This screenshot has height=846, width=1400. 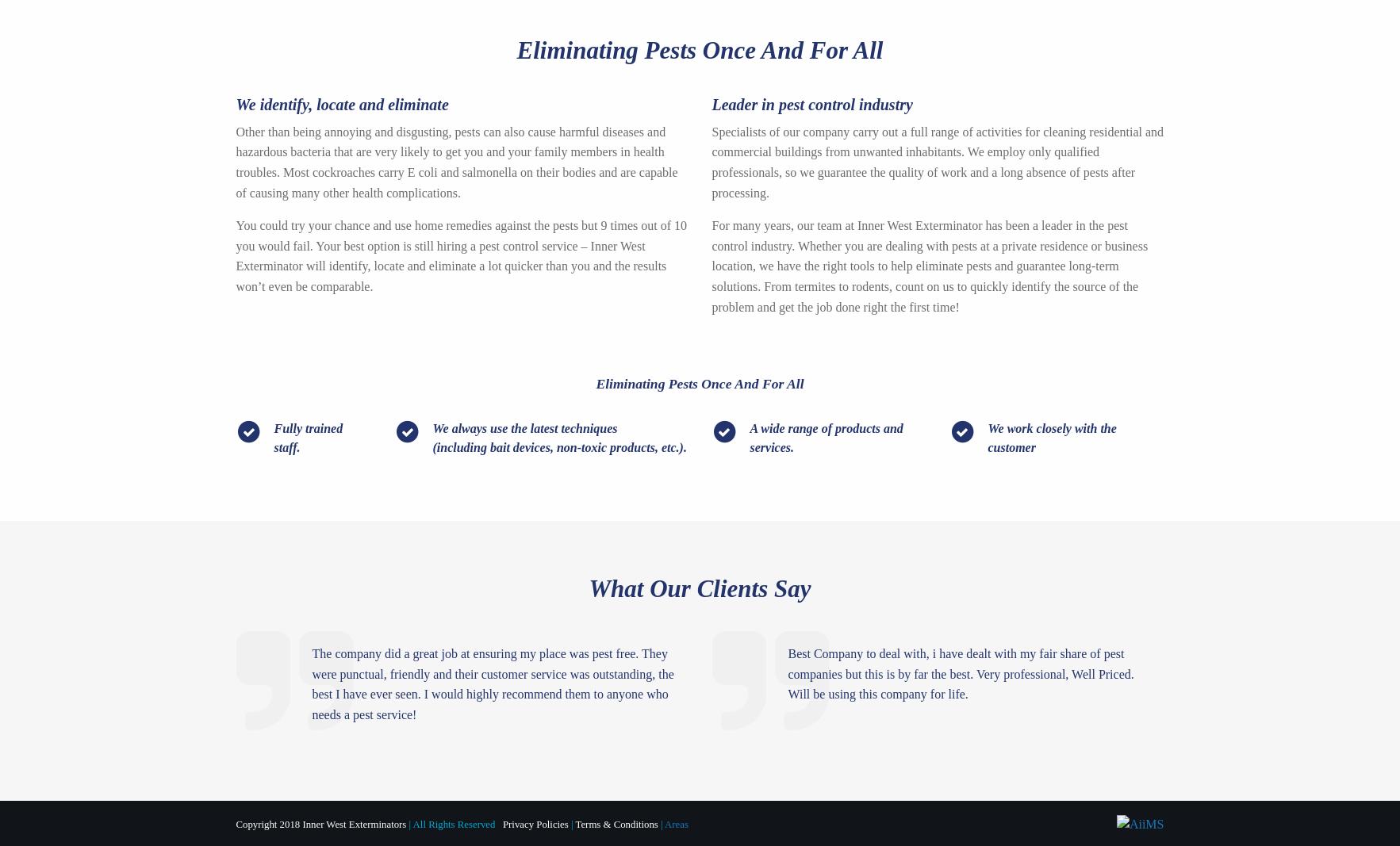 I want to click on 'Specialists of our company carry out a full range of activities for cleaning residential and commercial buildings from unwanted inhabitants. We employ only qualified professionals, so we guarantee the quality of work and a long absence of pests after processing.', so click(x=938, y=162).